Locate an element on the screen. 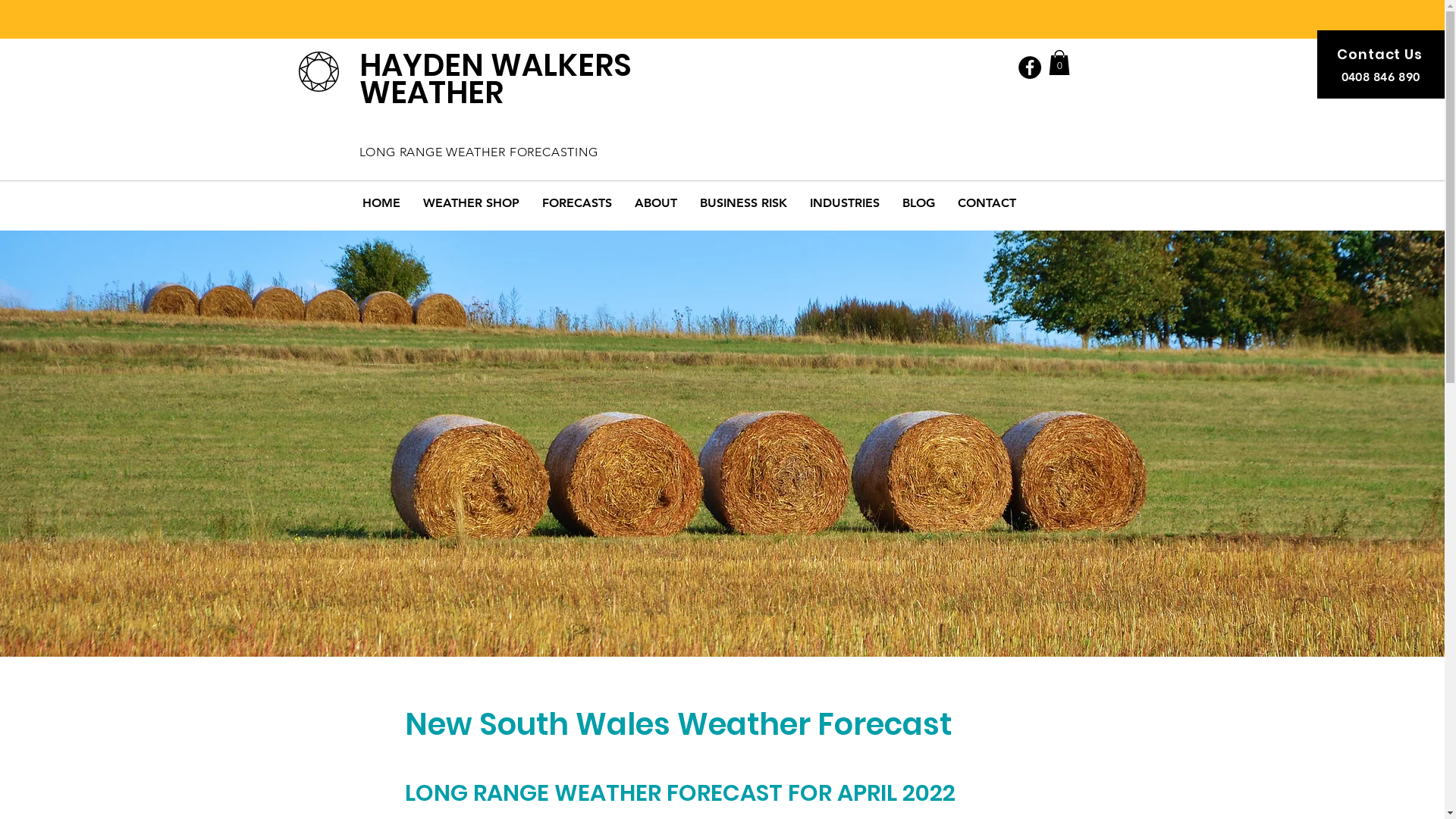 The height and width of the screenshot is (819, 1456). 'WEATHER SHOP' is located at coordinates (469, 202).